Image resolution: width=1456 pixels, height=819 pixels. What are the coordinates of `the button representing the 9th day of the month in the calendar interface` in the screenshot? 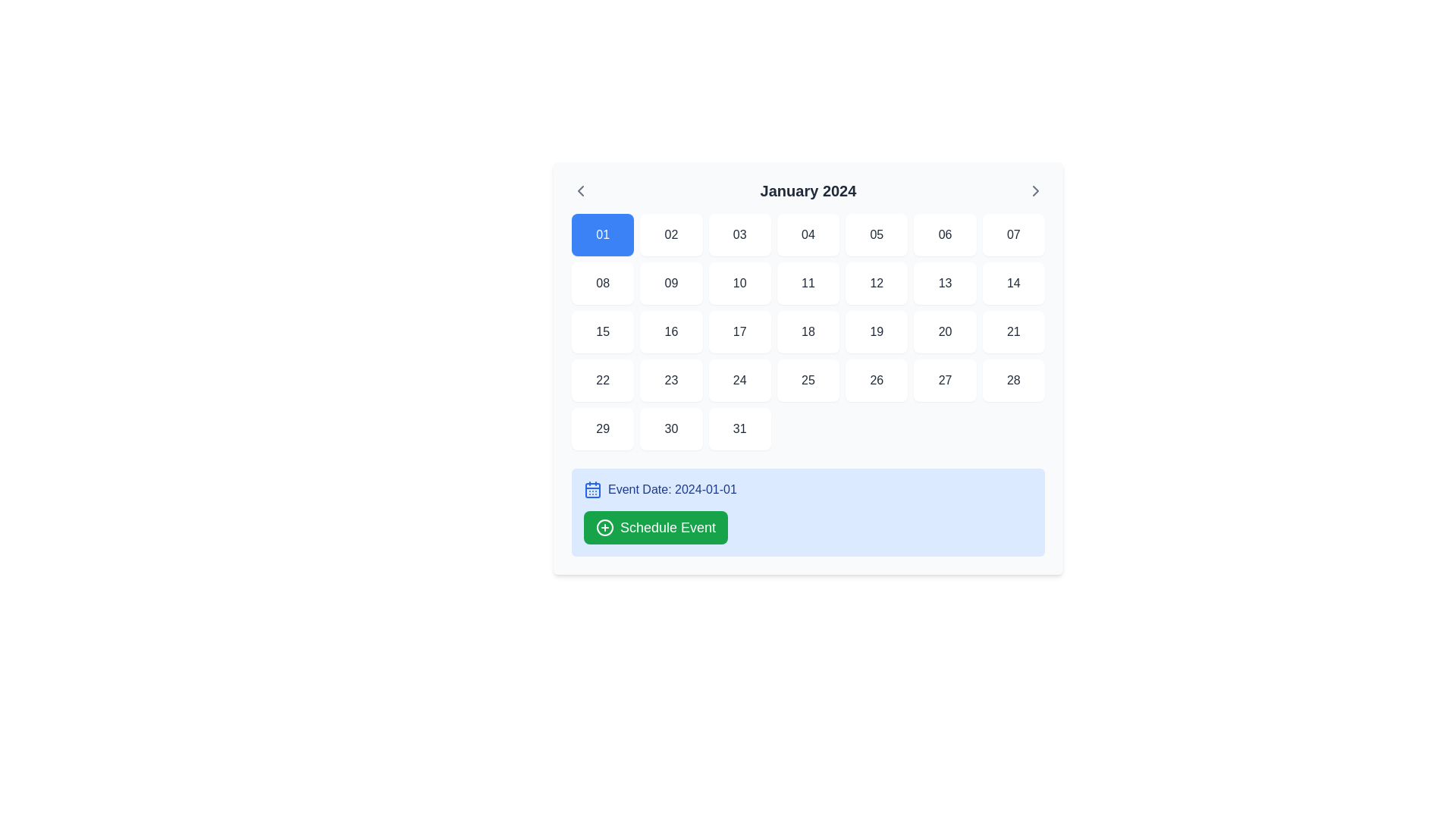 It's located at (670, 284).